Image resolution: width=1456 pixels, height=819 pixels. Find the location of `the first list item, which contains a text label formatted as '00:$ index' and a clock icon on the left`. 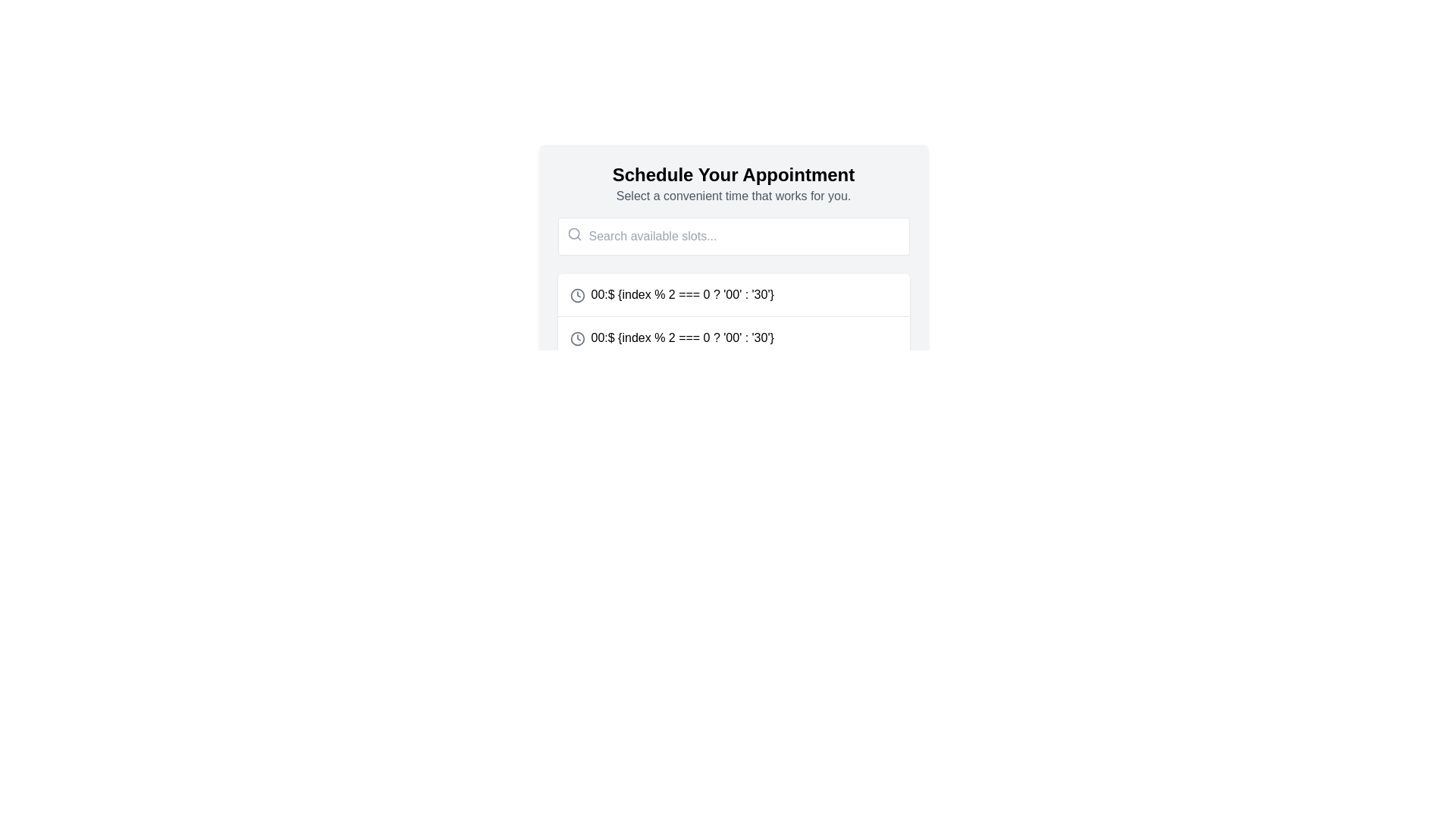

the first list item, which contains a text label formatted as '00:$ index' and a clock icon on the left is located at coordinates (733, 295).